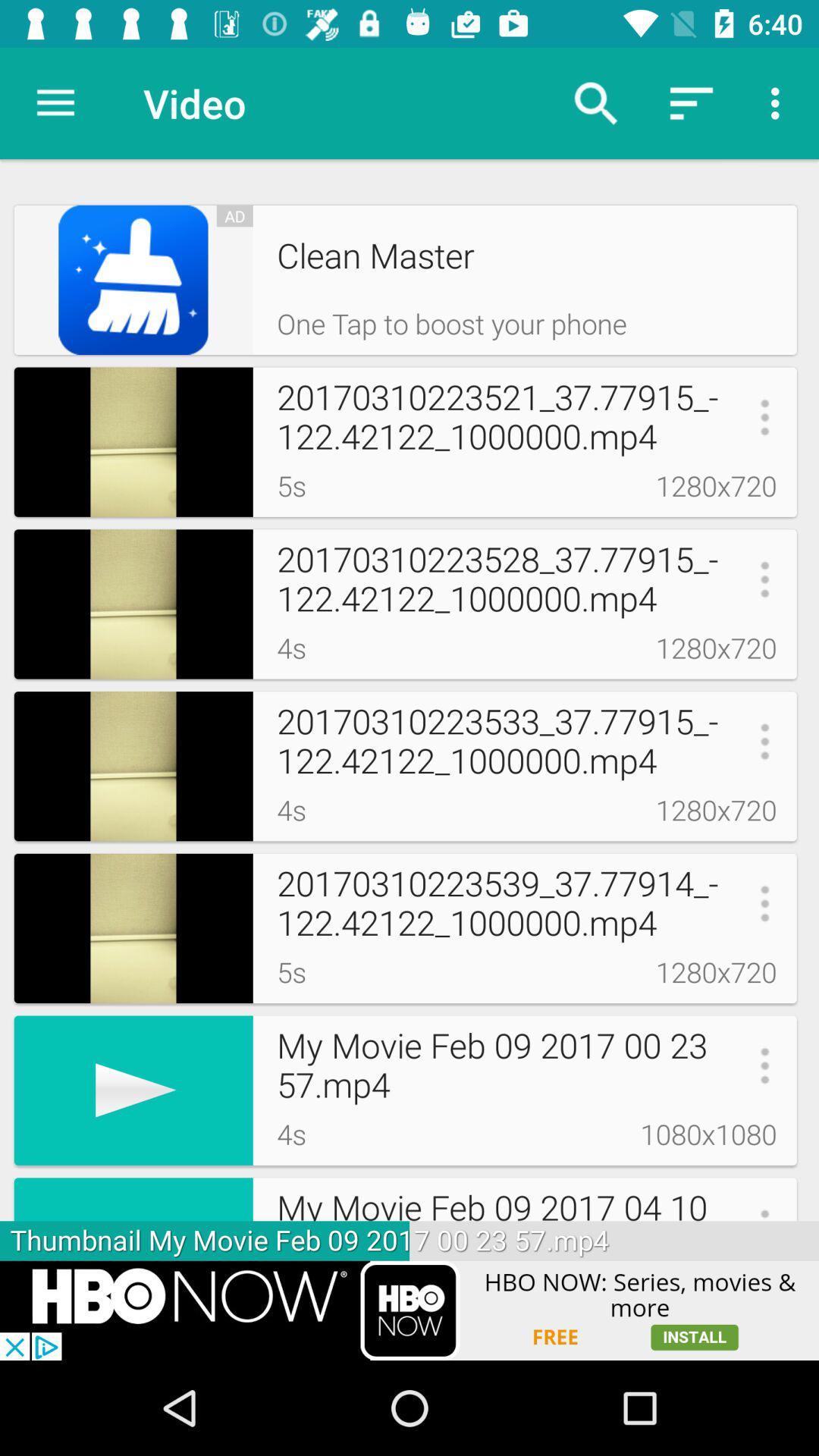 The height and width of the screenshot is (1456, 819). What do you see at coordinates (595, 103) in the screenshot?
I see `the search icon which is beside to video` at bounding box center [595, 103].